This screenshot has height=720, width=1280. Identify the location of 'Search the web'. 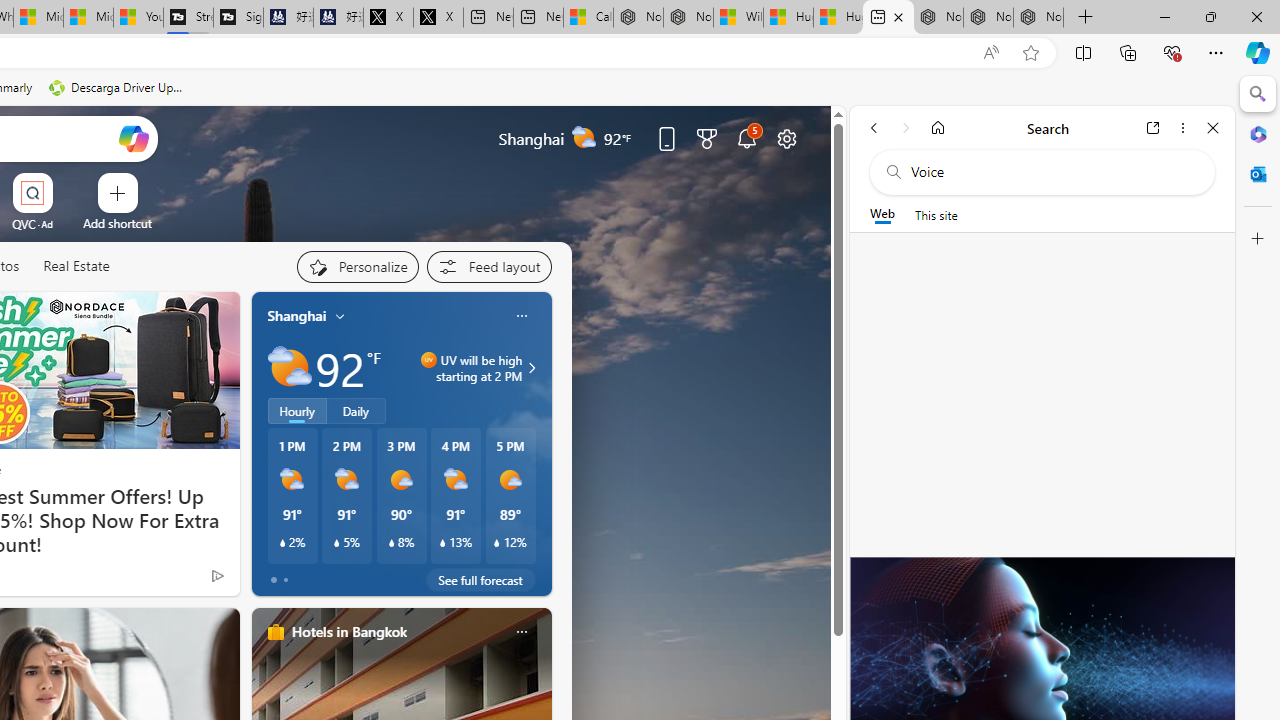
(1051, 171).